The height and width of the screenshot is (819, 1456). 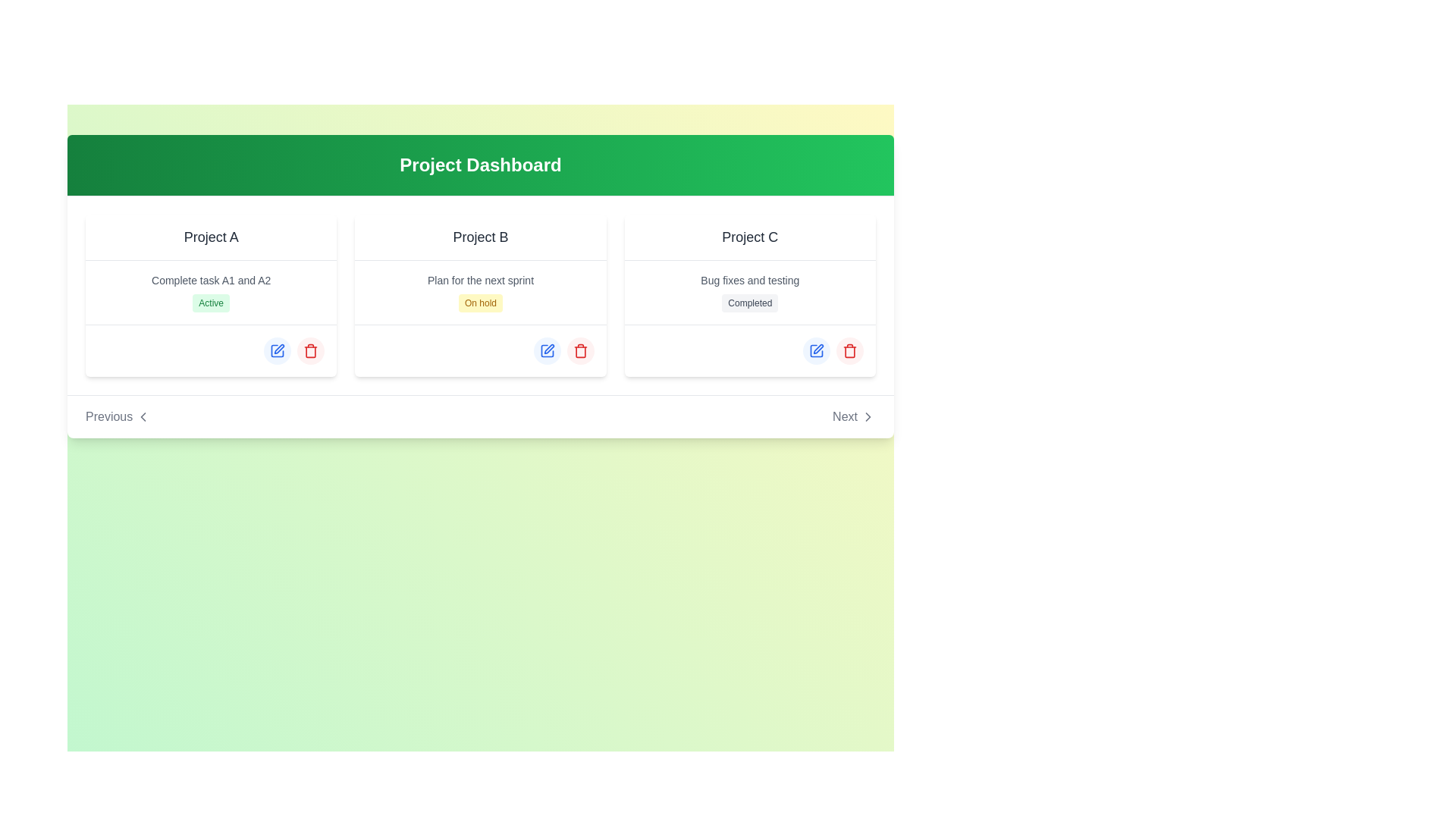 What do you see at coordinates (750, 237) in the screenshot?
I see `the static text label displaying 'Project C' located at the top-center of the third card on the dashboard` at bounding box center [750, 237].